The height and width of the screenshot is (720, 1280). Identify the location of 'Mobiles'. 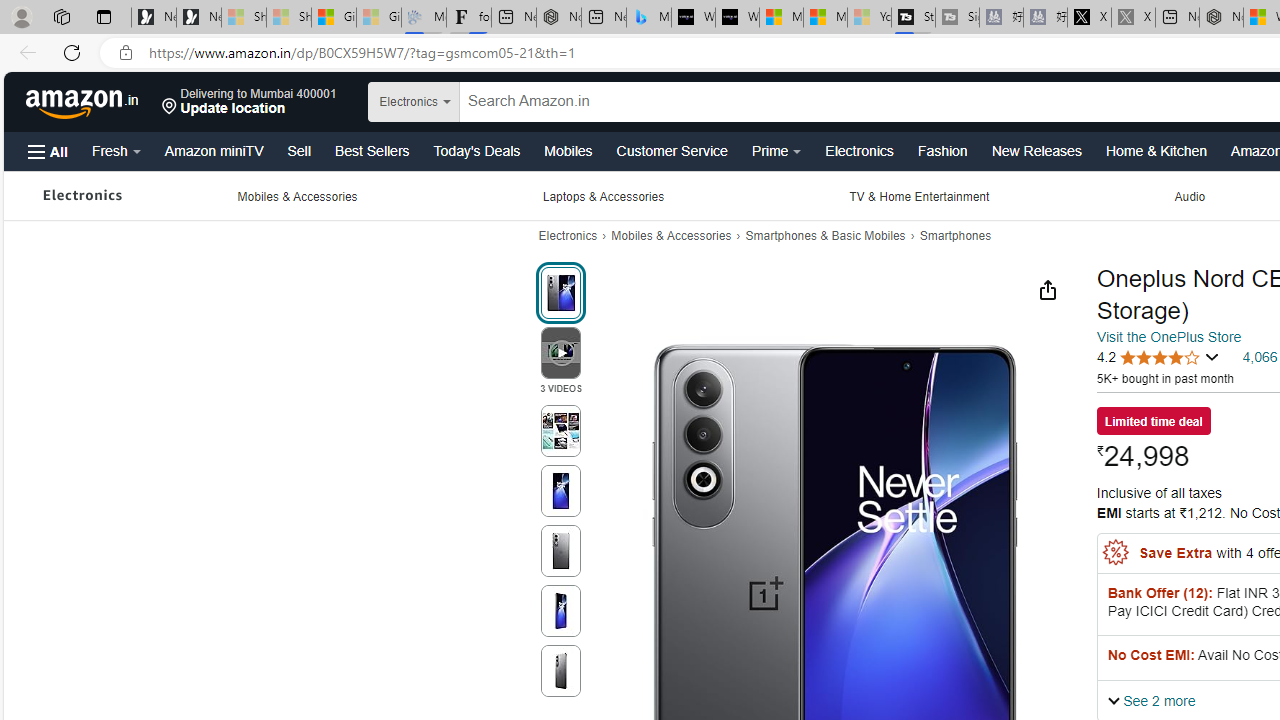
(567, 149).